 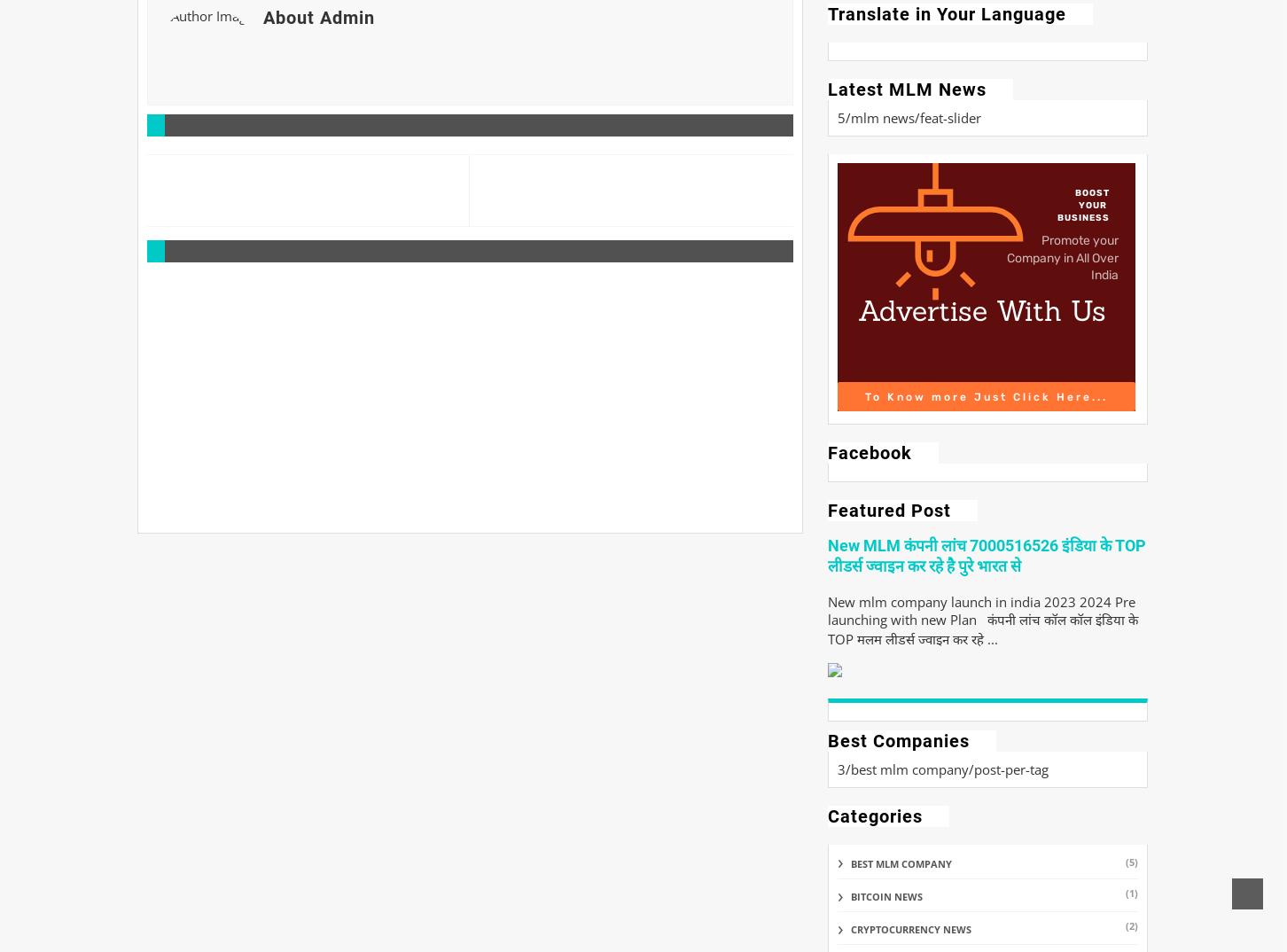 What do you see at coordinates (885, 895) in the screenshot?
I see `'bitcoin news'` at bounding box center [885, 895].